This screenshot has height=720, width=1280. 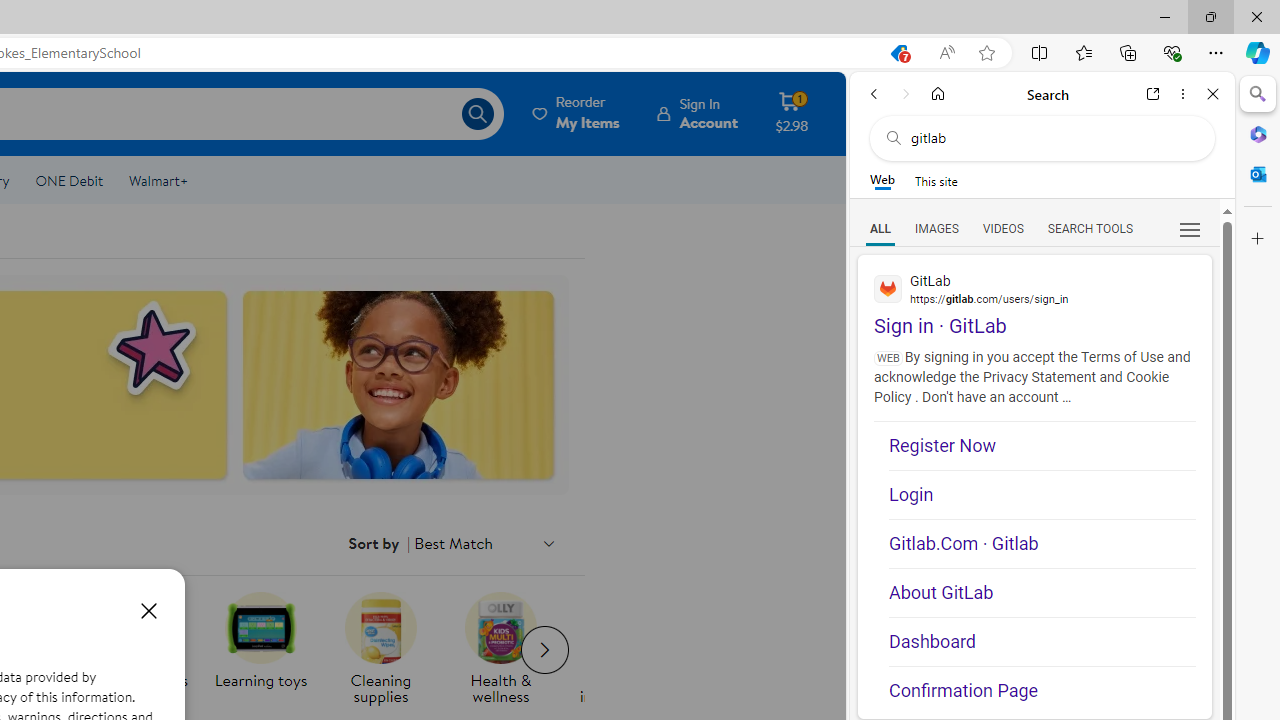 What do you see at coordinates (1002, 227) in the screenshot?
I see `'Search Filter, VIDEOS'` at bounding box center [1002, 227].